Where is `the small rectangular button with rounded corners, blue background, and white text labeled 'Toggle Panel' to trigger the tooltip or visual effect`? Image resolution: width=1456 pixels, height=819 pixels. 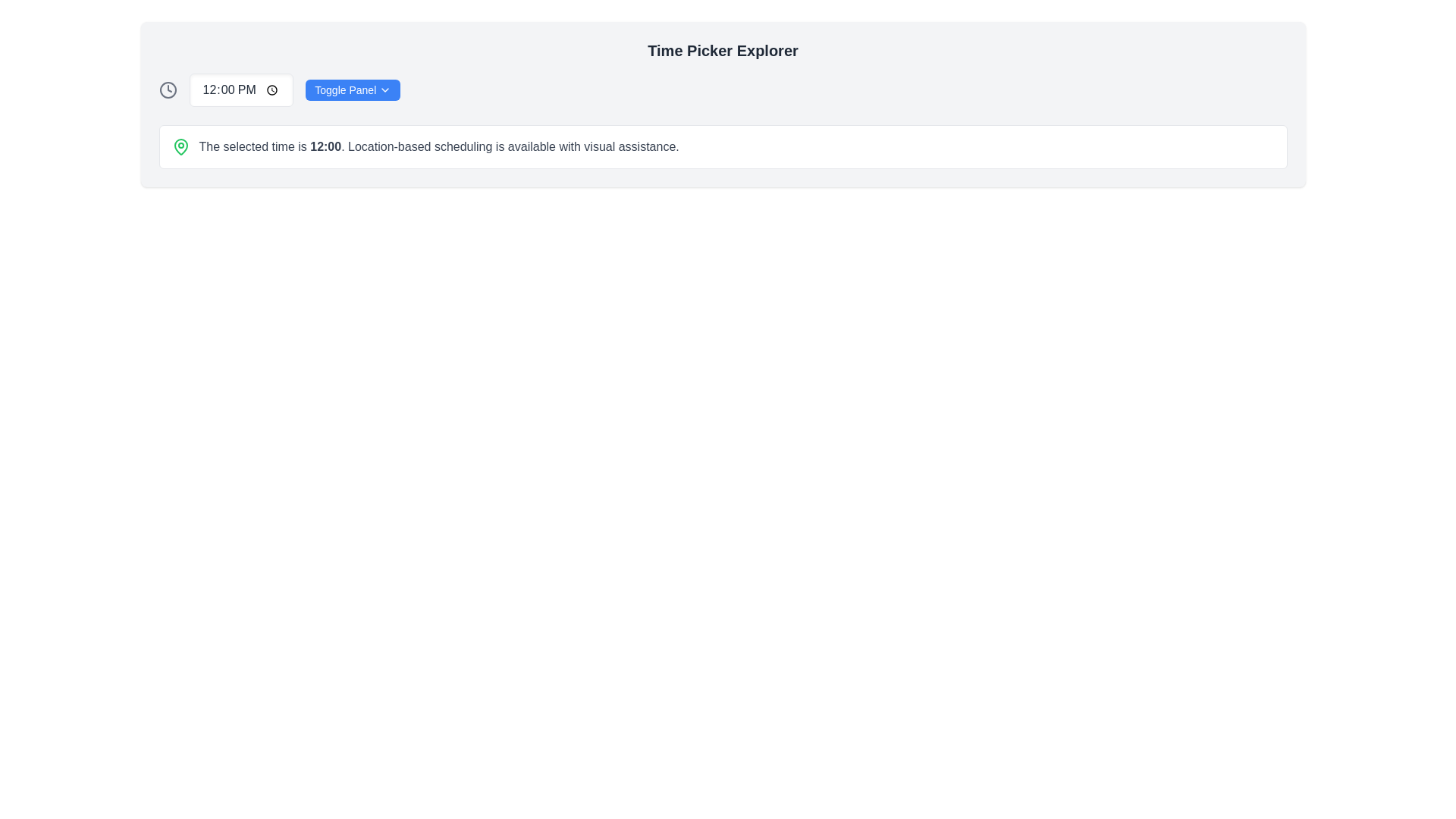 the small rectangular button with rounded corners, blue background, and white text labeled 'Toggle Panel' to trigger the tooltip or visual effect is located at coordinates (352, 90).